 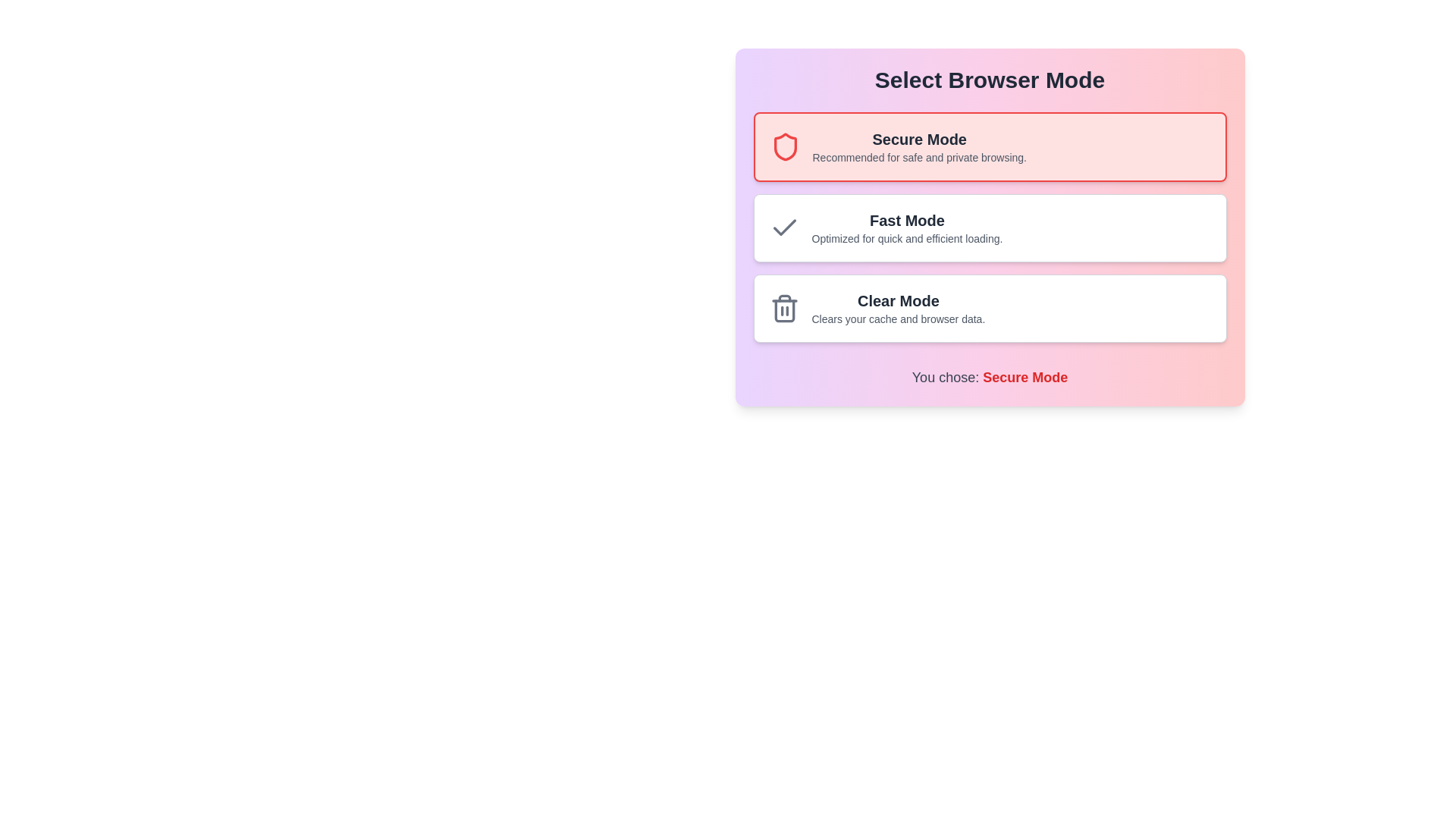 I want to click on the descriptive text reading 'Recommended for safe and private browsing.' which is positioned directly below the 'Secure Mode' heading, so click(x=918, y=158).